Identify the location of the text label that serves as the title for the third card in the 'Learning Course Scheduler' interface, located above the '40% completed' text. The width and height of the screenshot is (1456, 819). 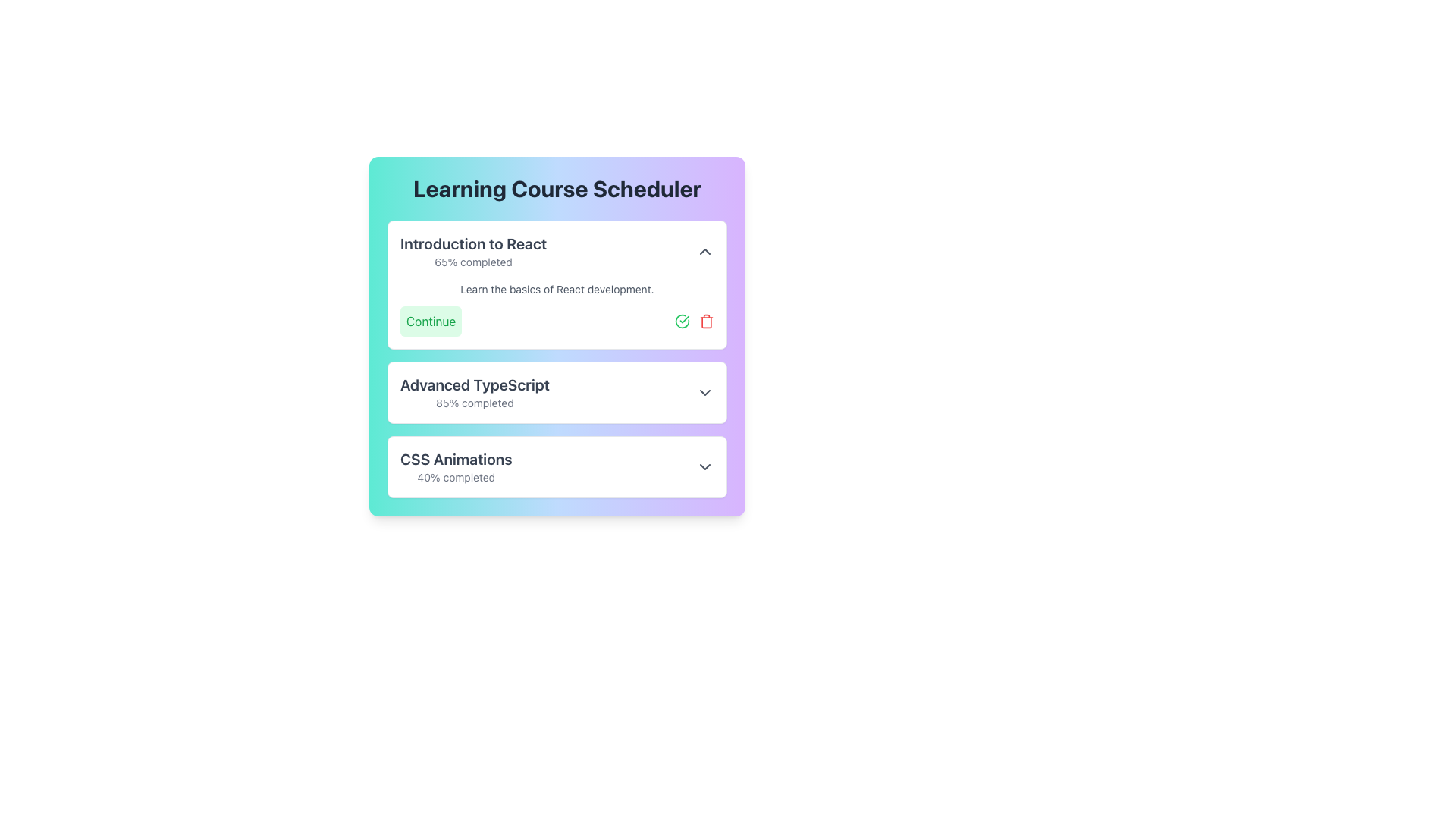
(455, 458).